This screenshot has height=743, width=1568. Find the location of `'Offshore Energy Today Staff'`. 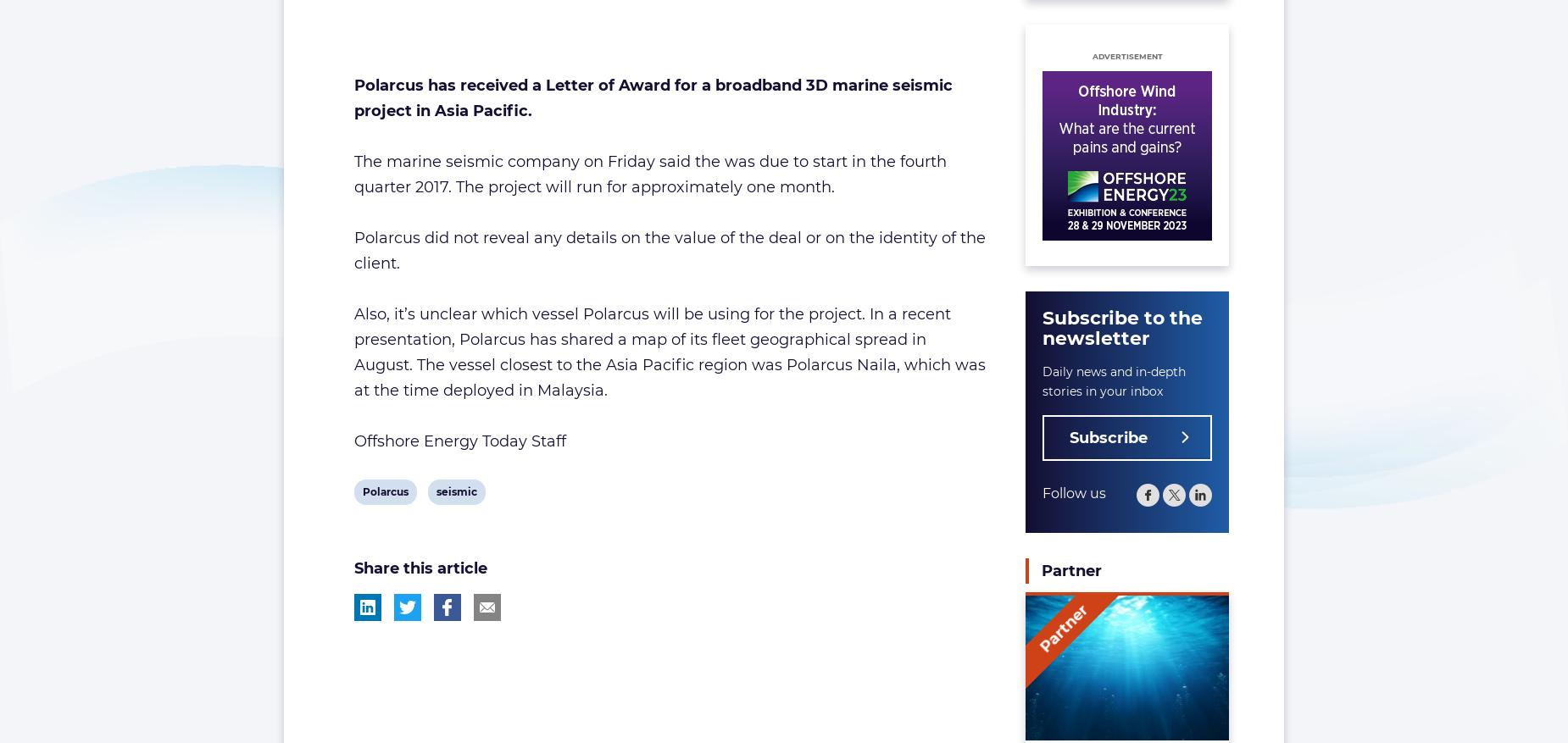

'Offshore Energy Today Staff' is located at coordinates (352, 441).